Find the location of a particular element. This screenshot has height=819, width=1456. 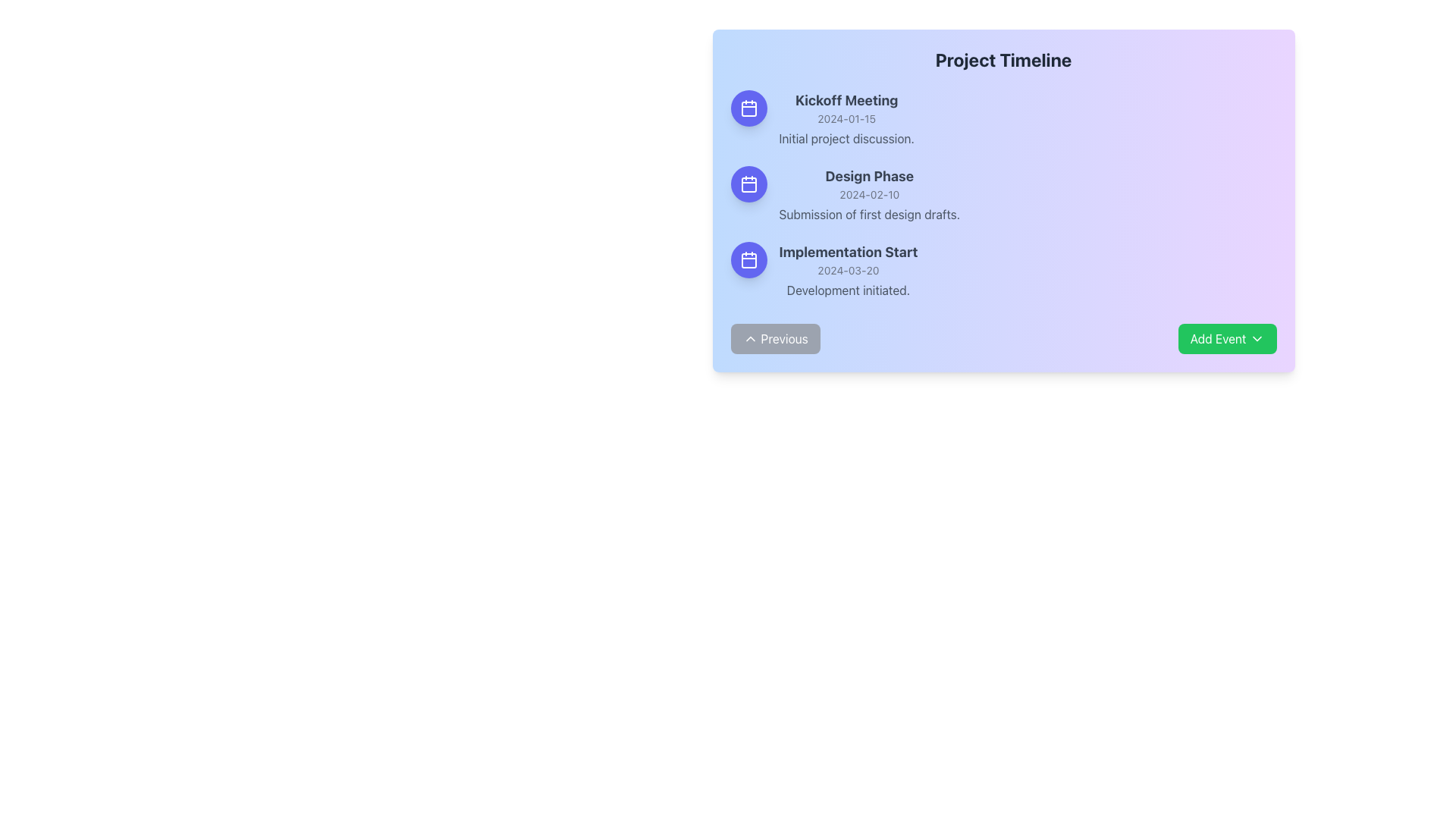

the project timeline card located at the top-center of the panel to focus on its sub-elements is located at coordinates (1003, 200).